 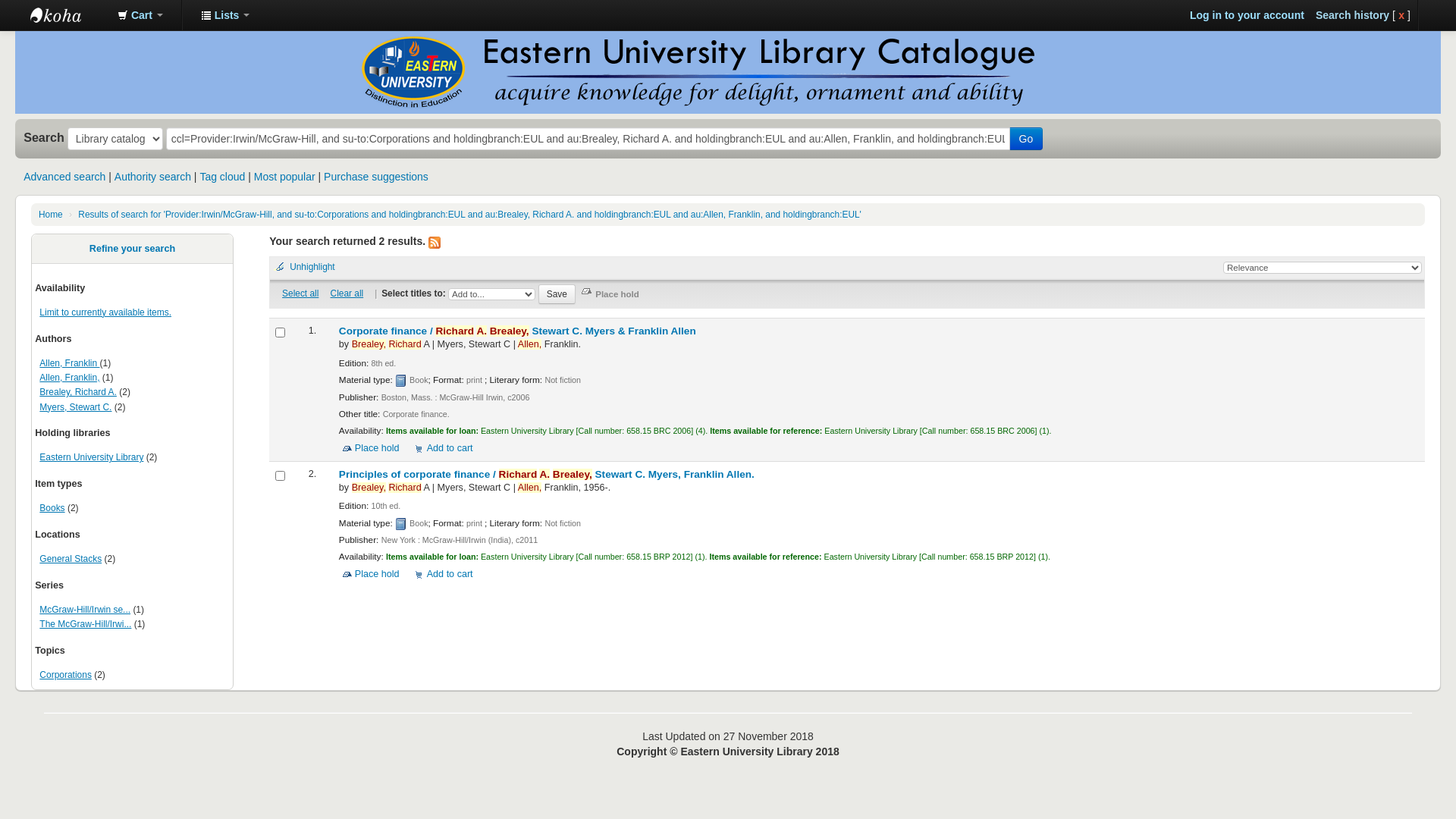 What do you see at coordinates (1401, 14) in the screenshot?
I see `'x'` at bounding box center [1401, 14].